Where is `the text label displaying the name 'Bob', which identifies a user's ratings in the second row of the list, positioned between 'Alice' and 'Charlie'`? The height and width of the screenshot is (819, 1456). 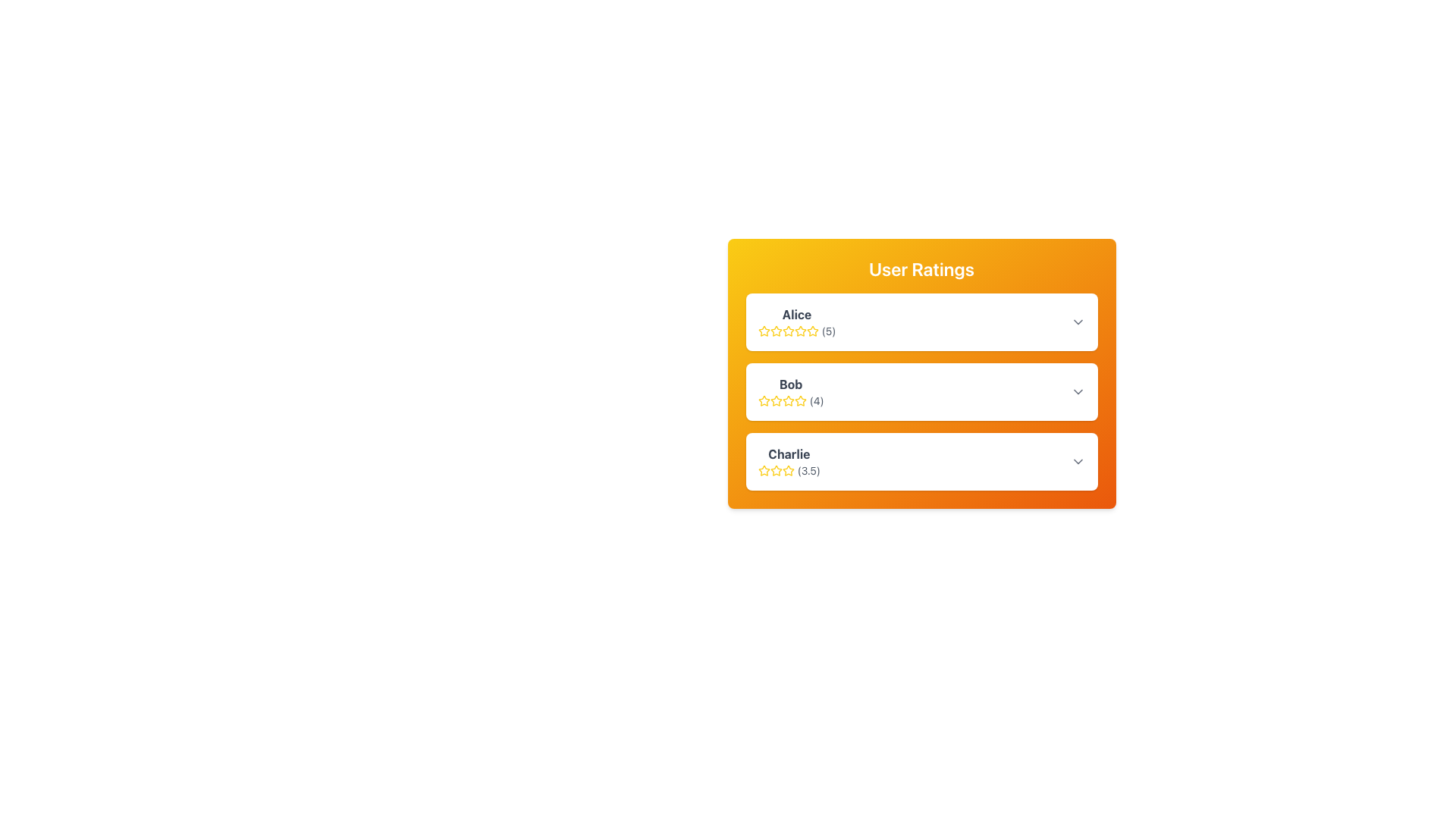
the text label displaying the name 'Bob', which identifies a user's ratings in the second row of the list, positioned between 'Alice' and 'Charlie' is located at coordinates (790, 383).